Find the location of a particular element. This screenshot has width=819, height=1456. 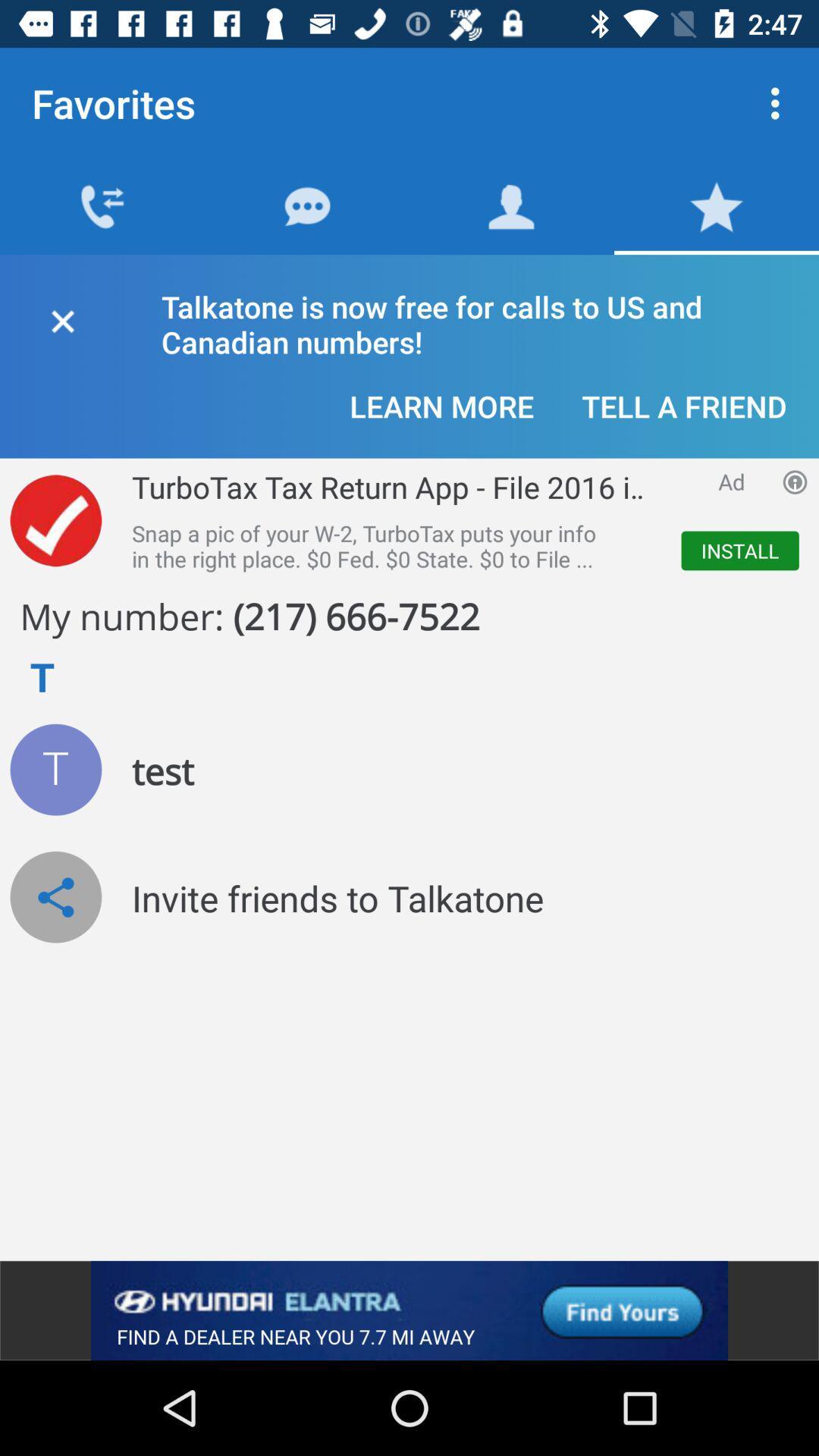

window is located at coordinates (61, 318).